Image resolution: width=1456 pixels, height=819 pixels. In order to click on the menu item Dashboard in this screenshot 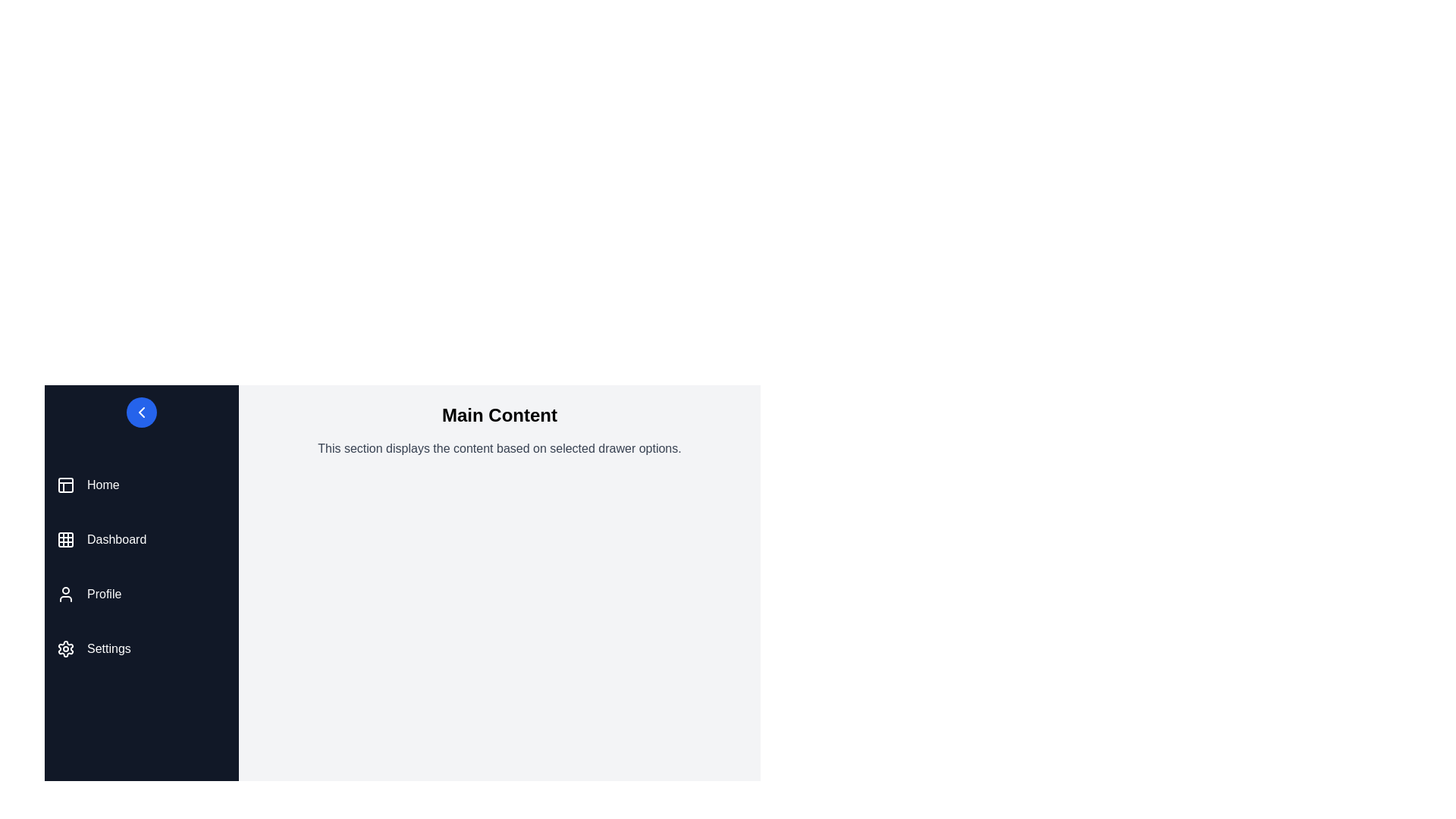, I will do `click(142, 539)`.